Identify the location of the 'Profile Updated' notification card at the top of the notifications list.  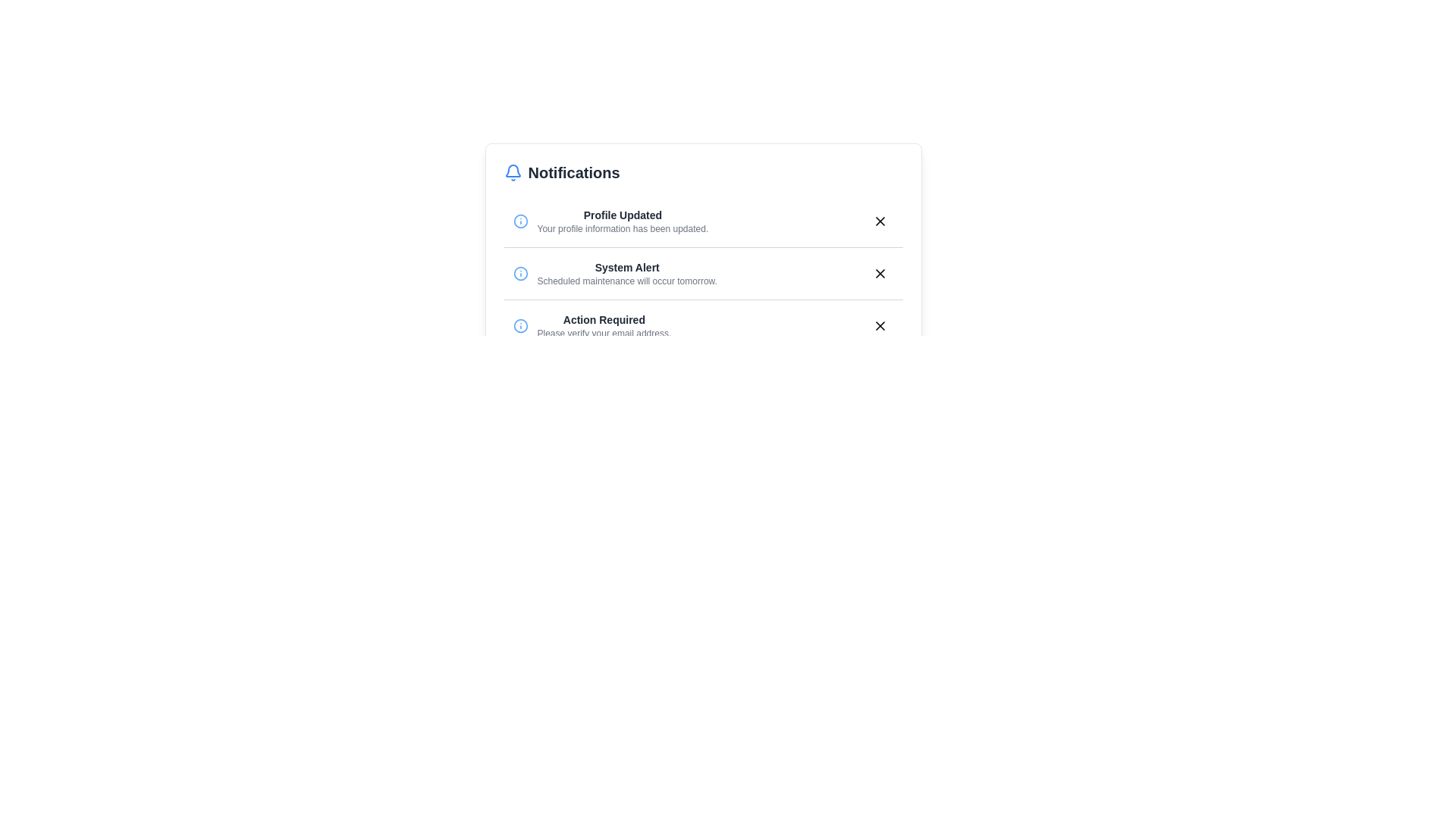
(702, 221).